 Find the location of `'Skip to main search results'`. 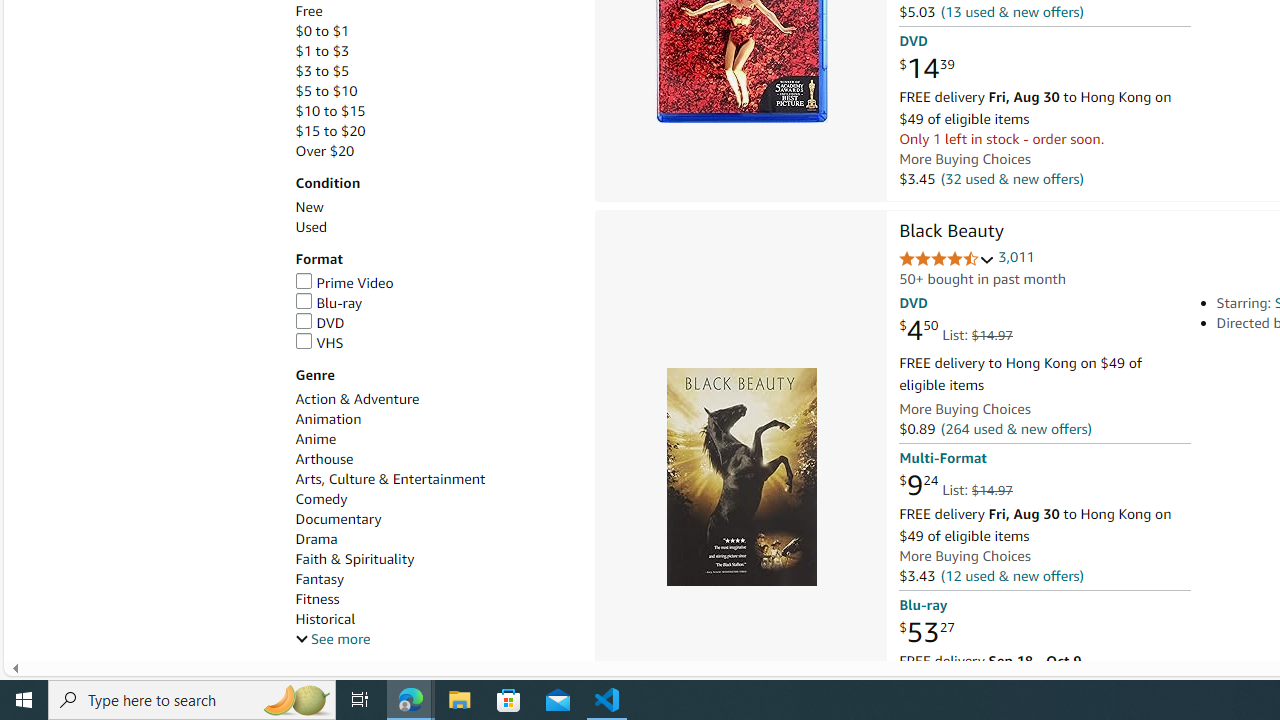

'Skip to main search results' is located at coordinates (87, 651).